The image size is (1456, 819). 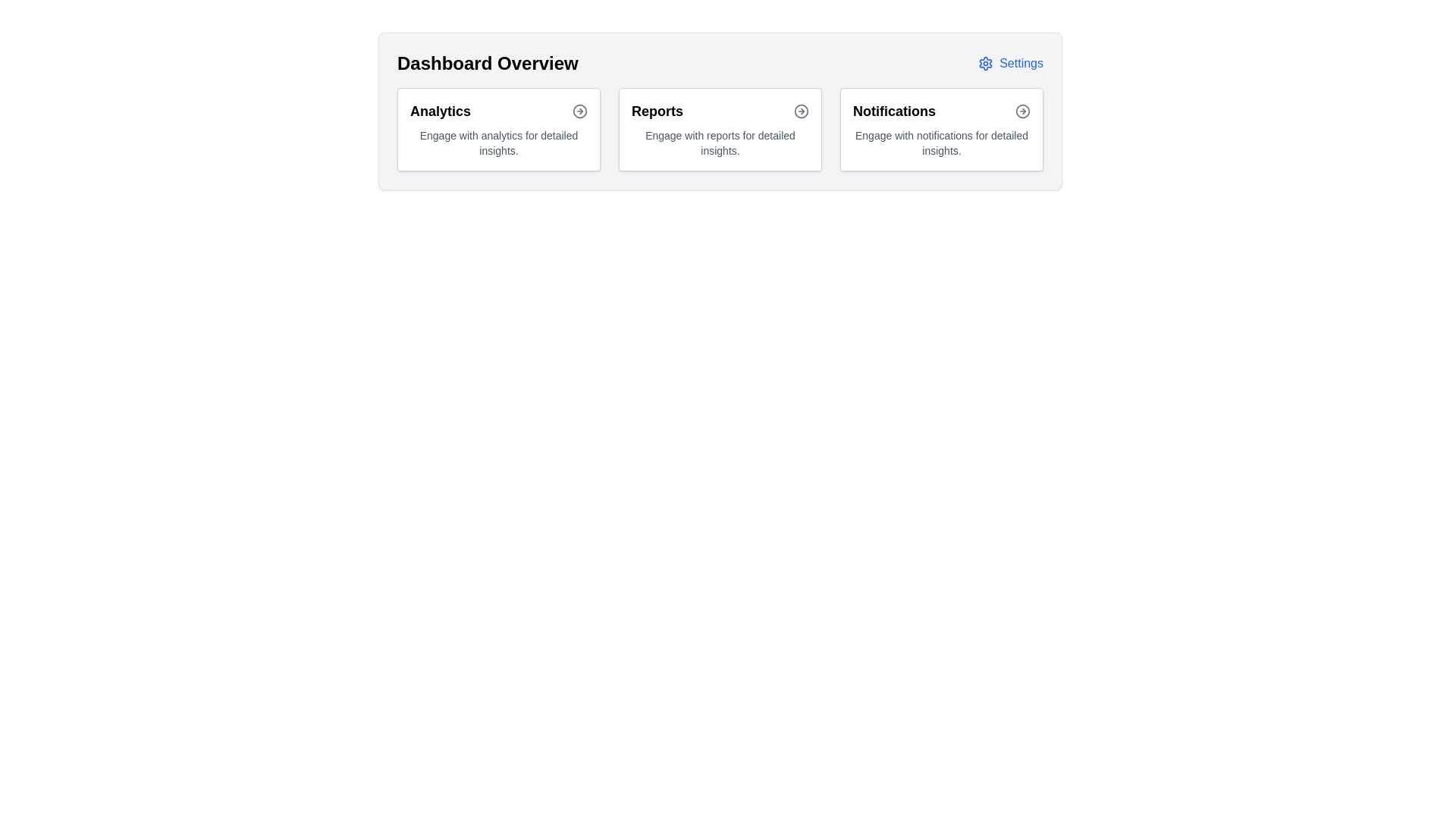 I want to click on the gear-shaped icon representing settings, located to the left of the 'Settings' text at the top-right corner of the main content area, so click(x=986, y=63).